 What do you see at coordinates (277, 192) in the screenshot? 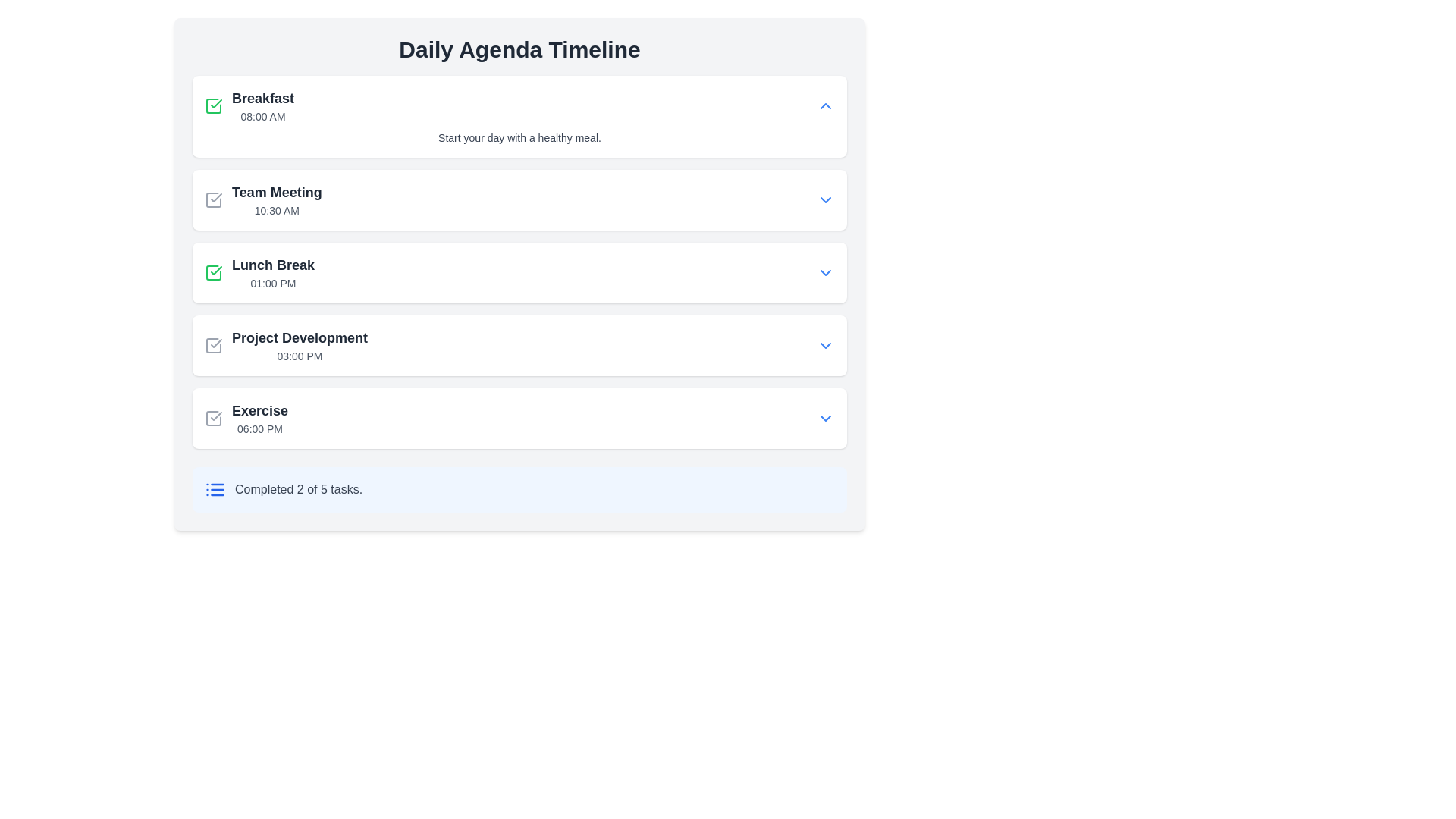
I see `the Text label that serves as the title for the 'Team Meeting' agenda item, positioned between 'Breakfast' and 'Lunch Break'` at bounding box center [277, 192].